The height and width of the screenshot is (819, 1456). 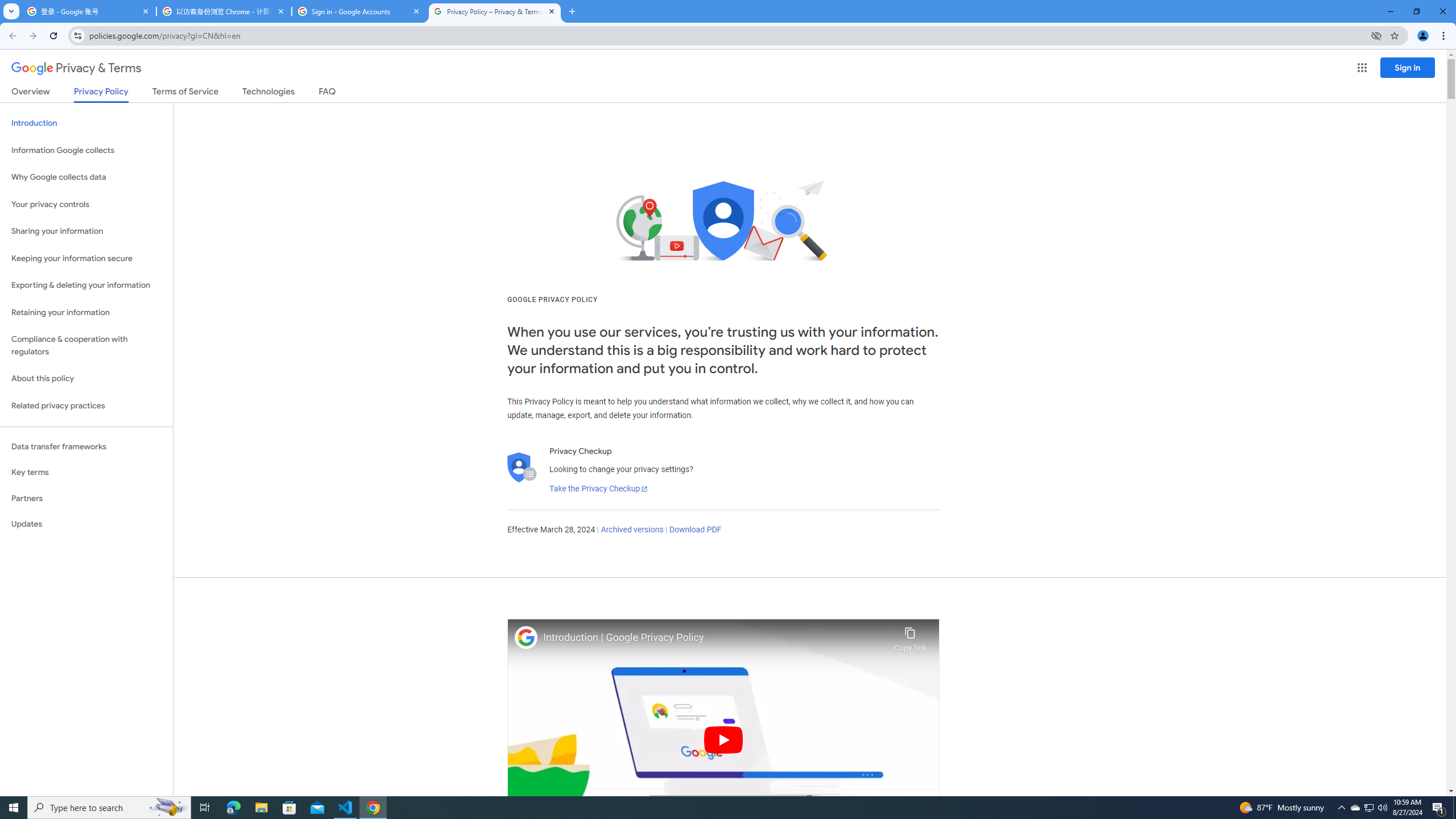 I want to click on 'Information Google collects', so click(x=86, y=150).